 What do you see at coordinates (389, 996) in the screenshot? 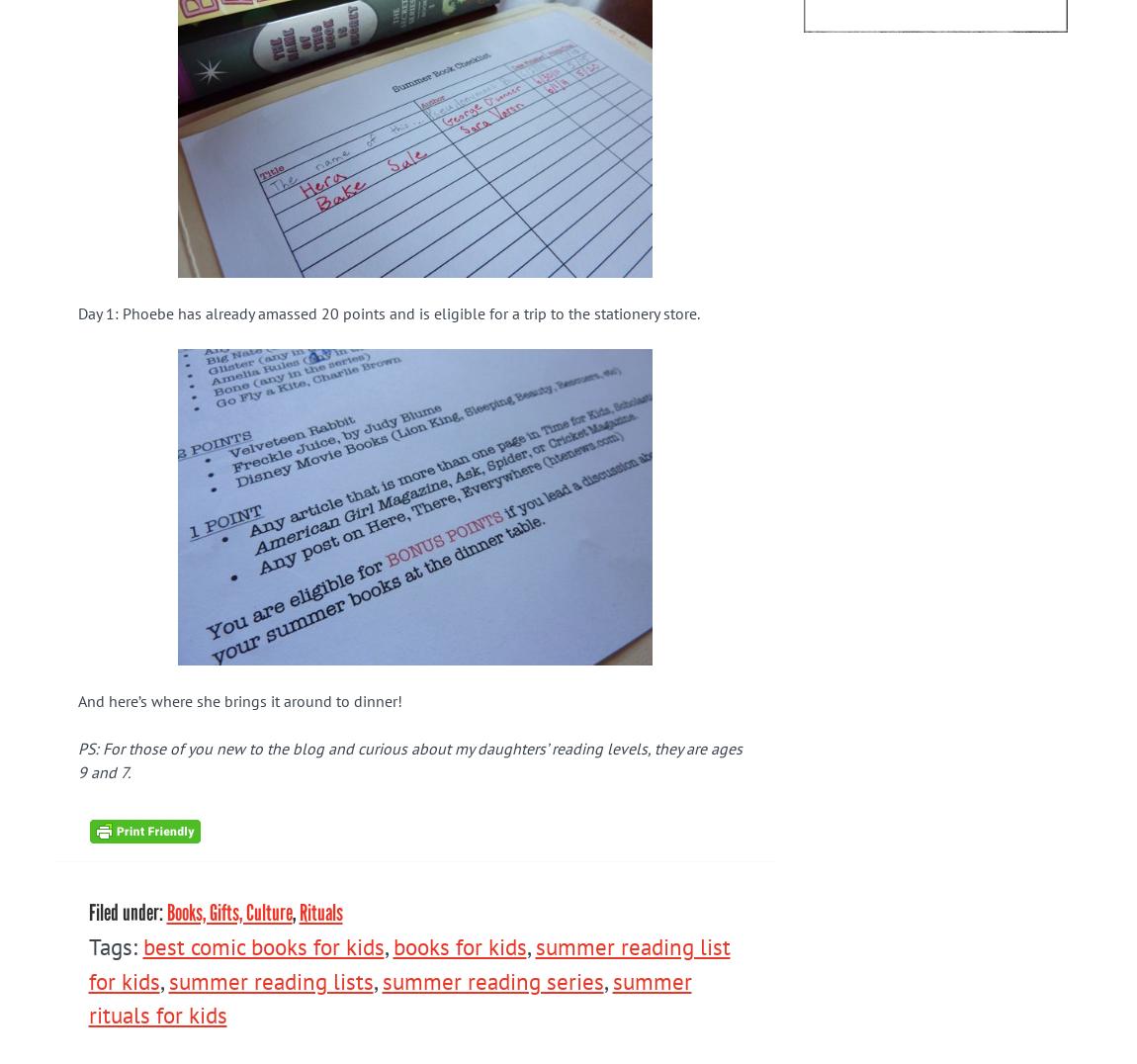
I see `'summer rituals for kids'` at bounding box center [389, 996].